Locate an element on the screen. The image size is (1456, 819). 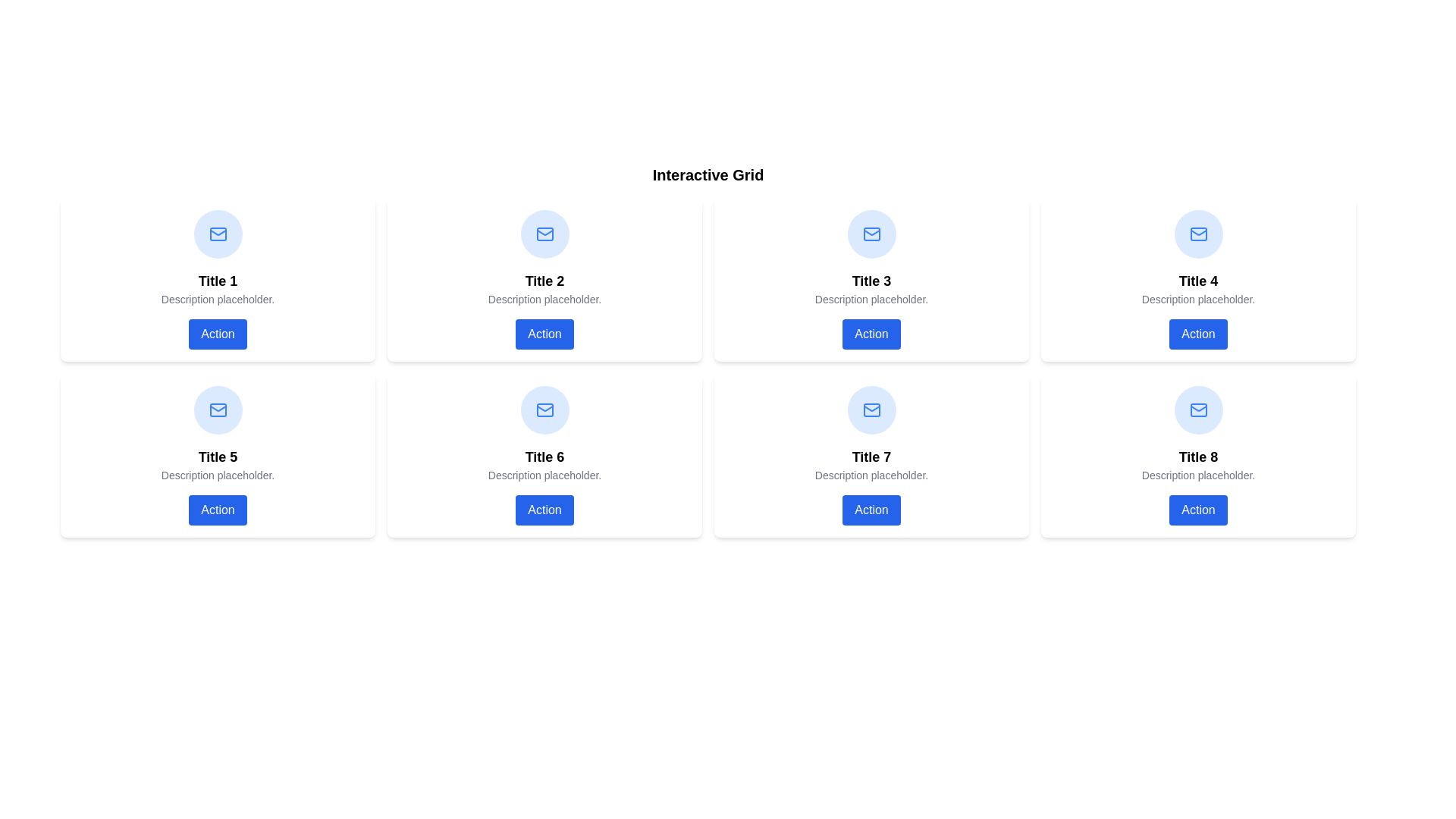
the button labeled 'Action' located at the bottom of the card in the second column of the first row is located at coordinates (544, 333).